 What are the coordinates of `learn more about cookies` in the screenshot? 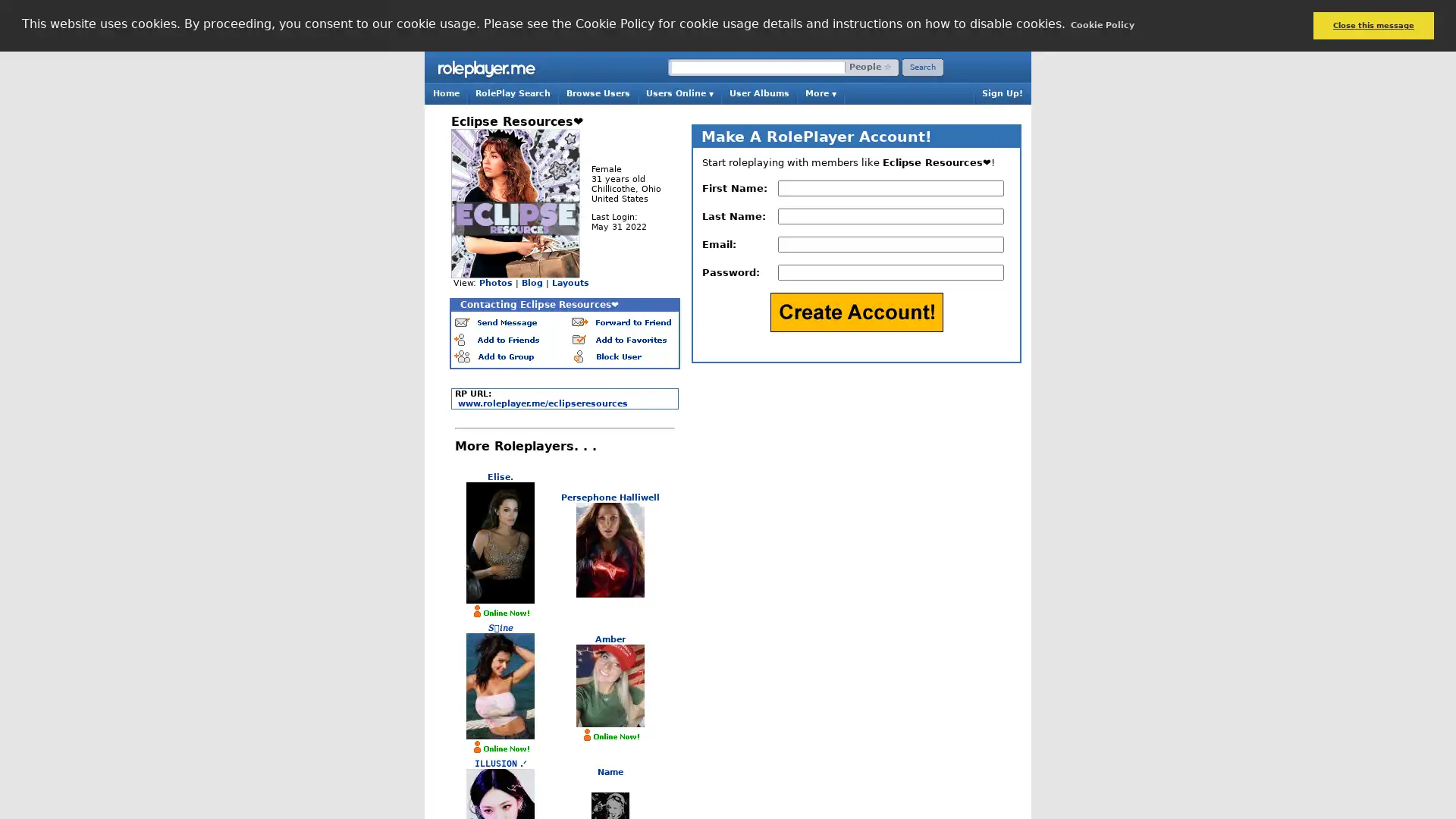 It's located at (1102, 25).